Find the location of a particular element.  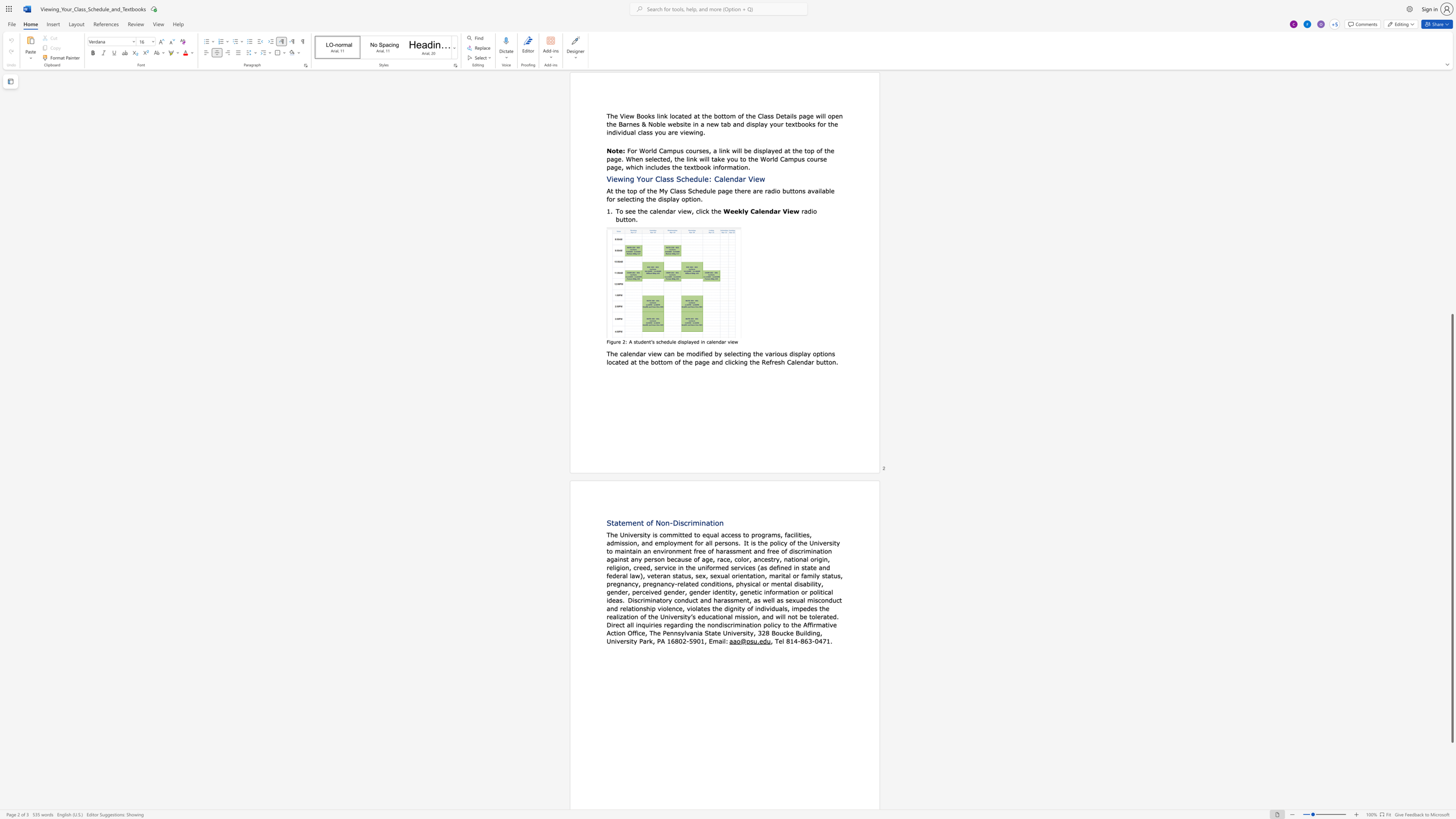

the scrollbar to move the page upward is located at coordinates (1451, 158).